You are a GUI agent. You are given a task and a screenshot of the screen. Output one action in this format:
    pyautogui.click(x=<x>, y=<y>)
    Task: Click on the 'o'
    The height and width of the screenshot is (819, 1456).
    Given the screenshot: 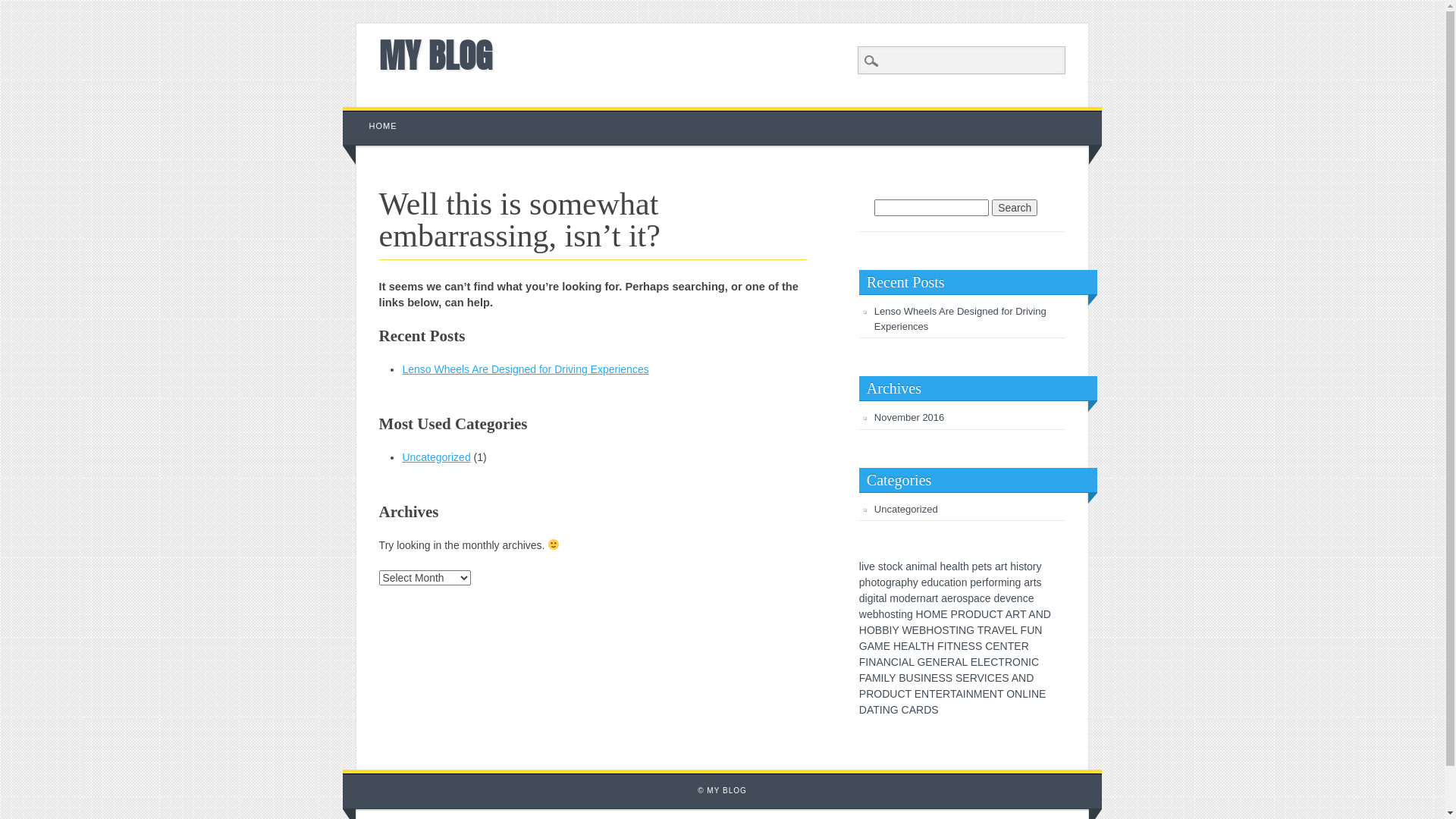 What is the action you would take?
    pyautogui.click(x=884, y=614)
    